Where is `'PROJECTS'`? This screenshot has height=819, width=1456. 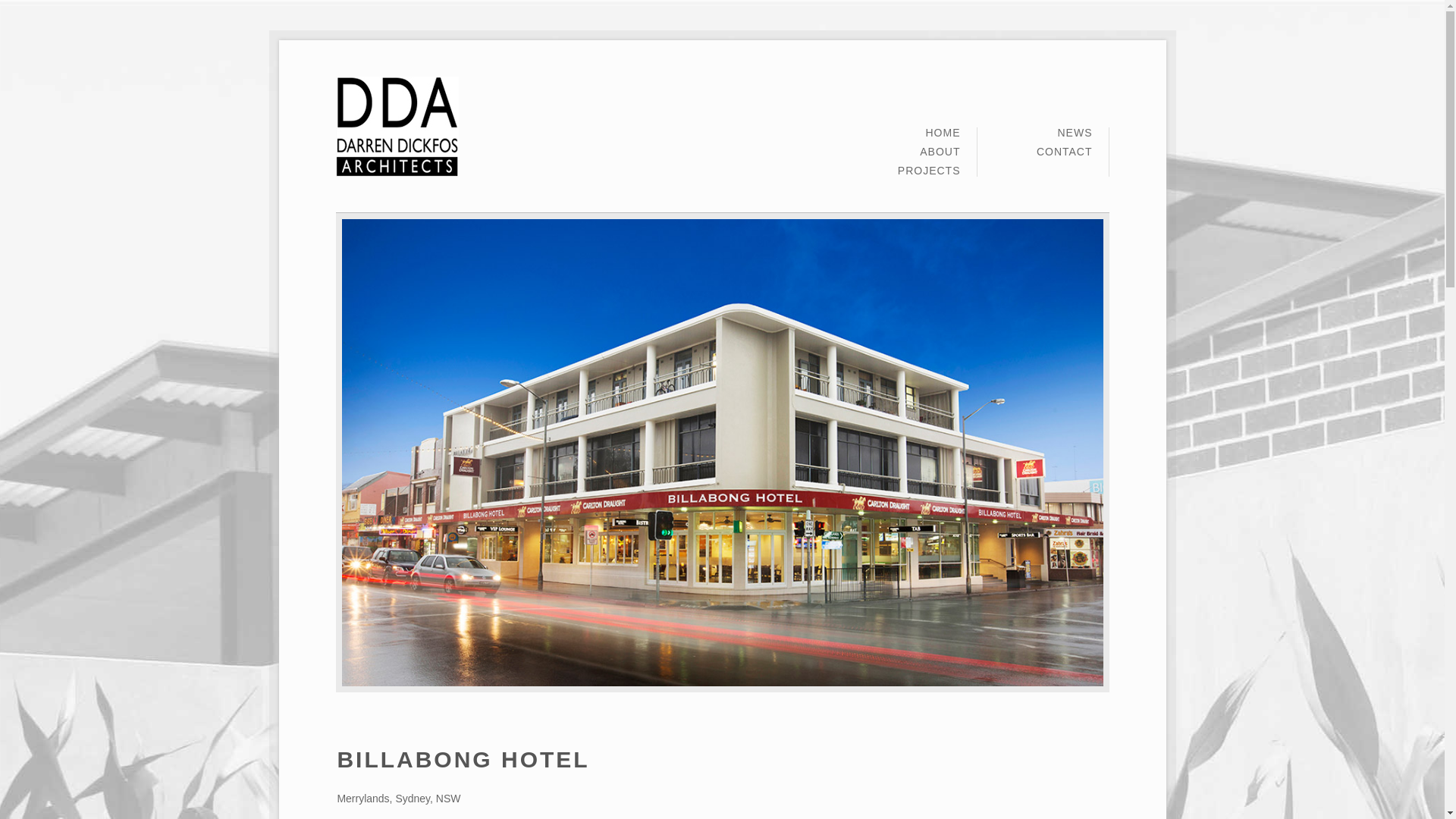 'PROJECTS' is located at coordinates (928, 170).